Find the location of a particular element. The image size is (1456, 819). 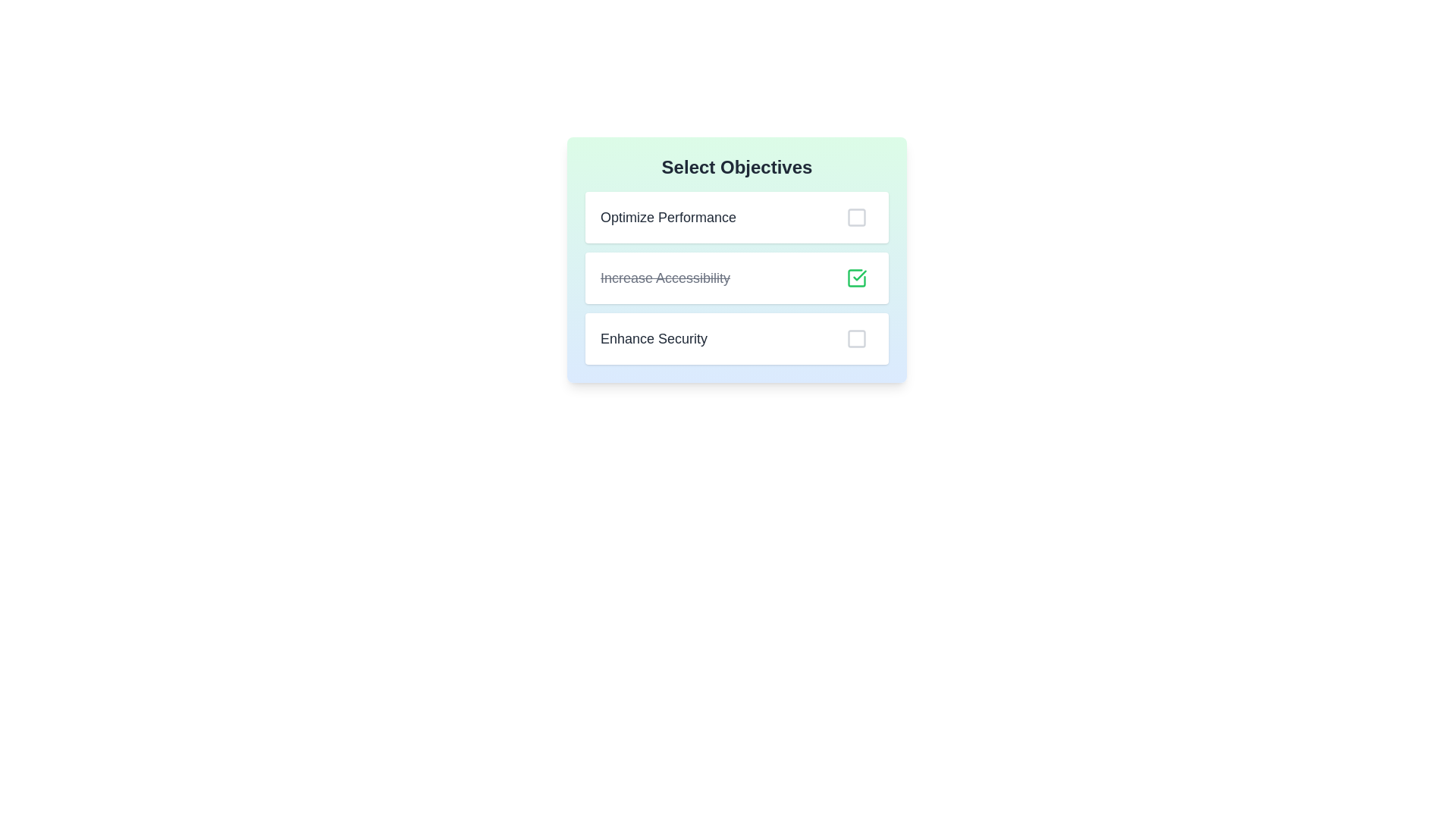

the Checkbox indicator icon representing the 'Increase Accessibility' option is located at coordinates (856, 278).